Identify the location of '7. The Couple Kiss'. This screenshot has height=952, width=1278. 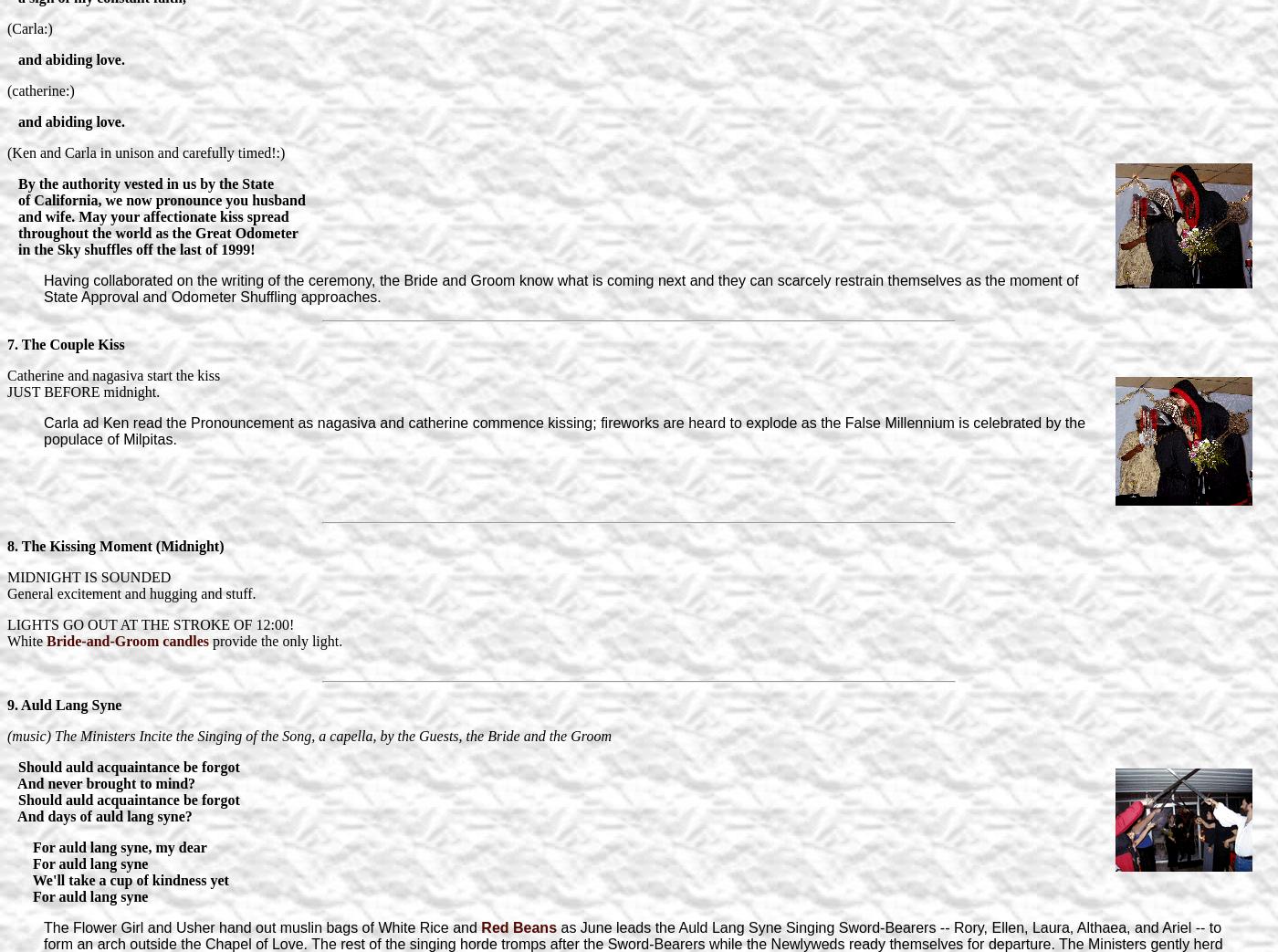
(6, 343).